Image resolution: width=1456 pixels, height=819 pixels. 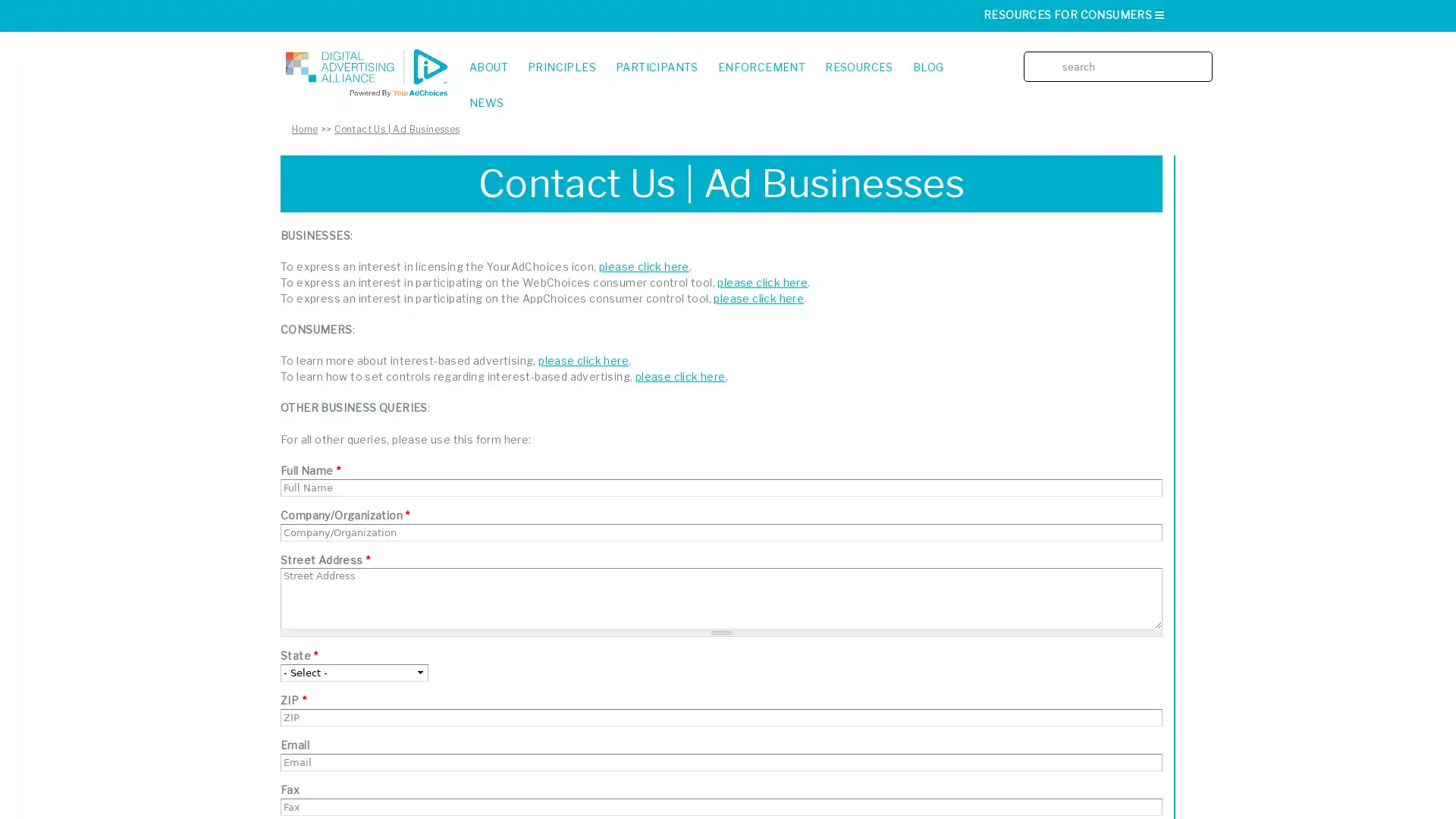 I want to click on Search, so click(x=1204, y=55).